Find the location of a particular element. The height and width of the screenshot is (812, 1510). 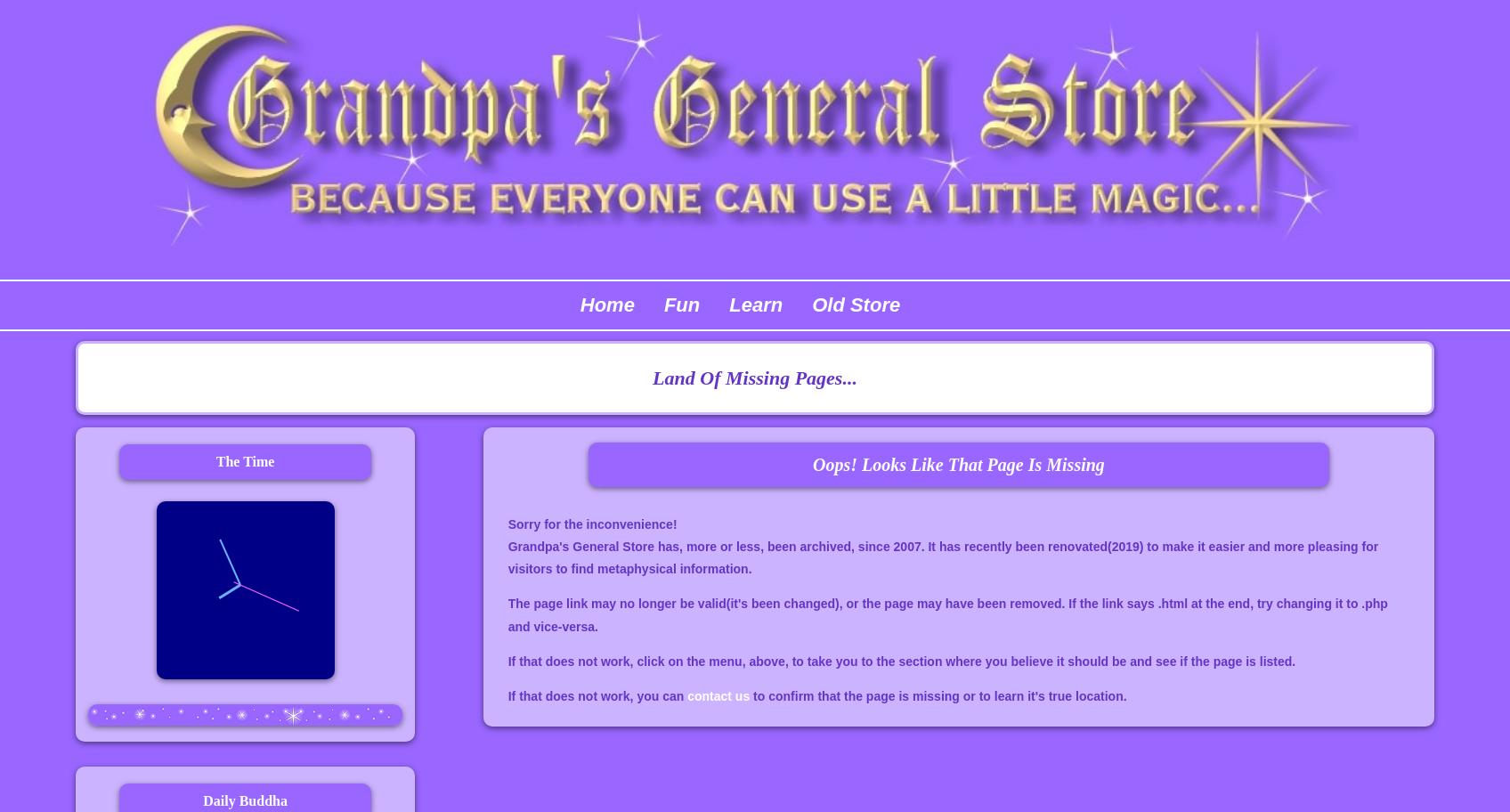

'If that does not work, you can' is located at coordinates (596, 695).